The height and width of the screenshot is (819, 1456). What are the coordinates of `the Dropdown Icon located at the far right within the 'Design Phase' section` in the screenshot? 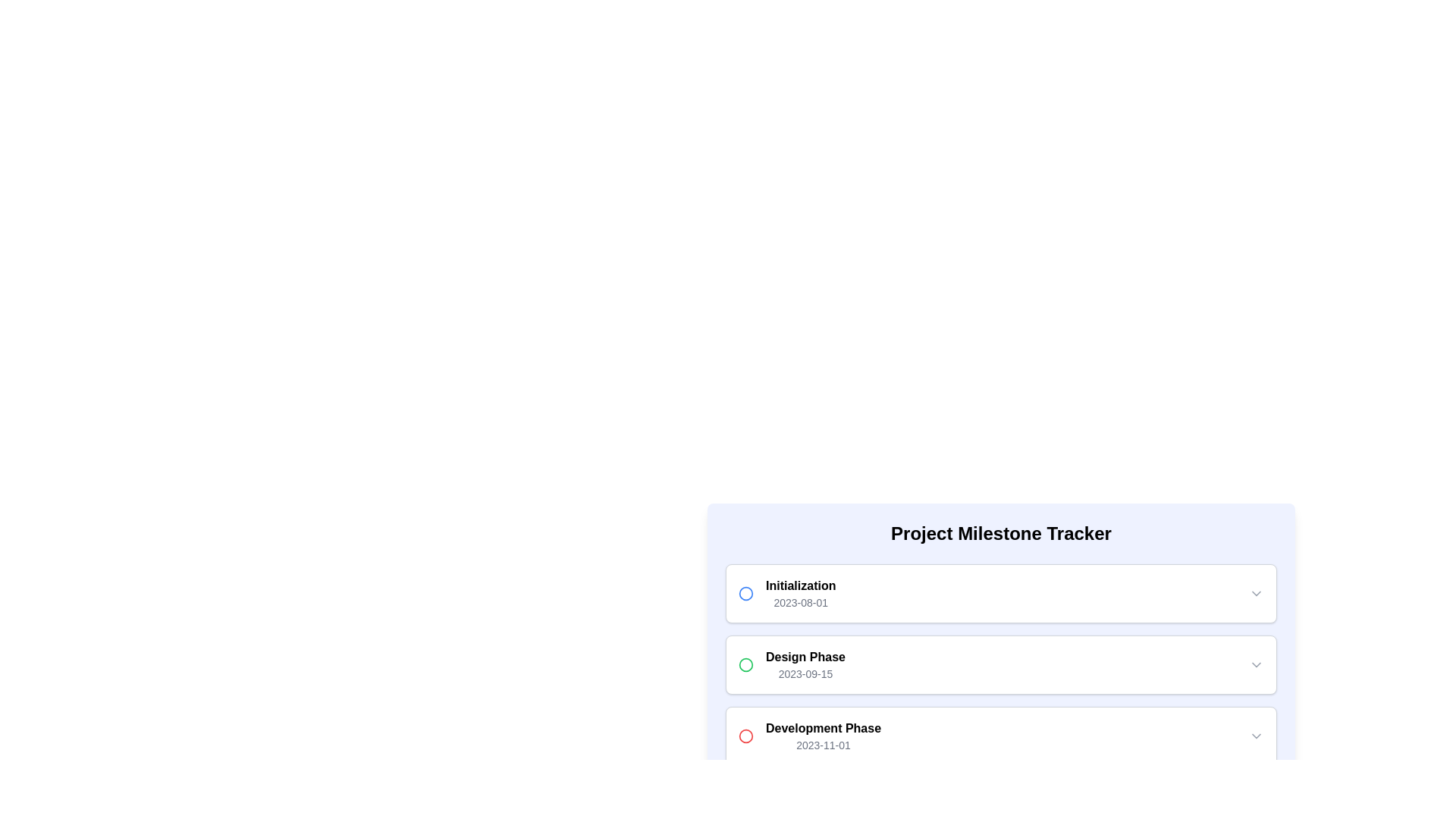 It's located at (1256, 664).